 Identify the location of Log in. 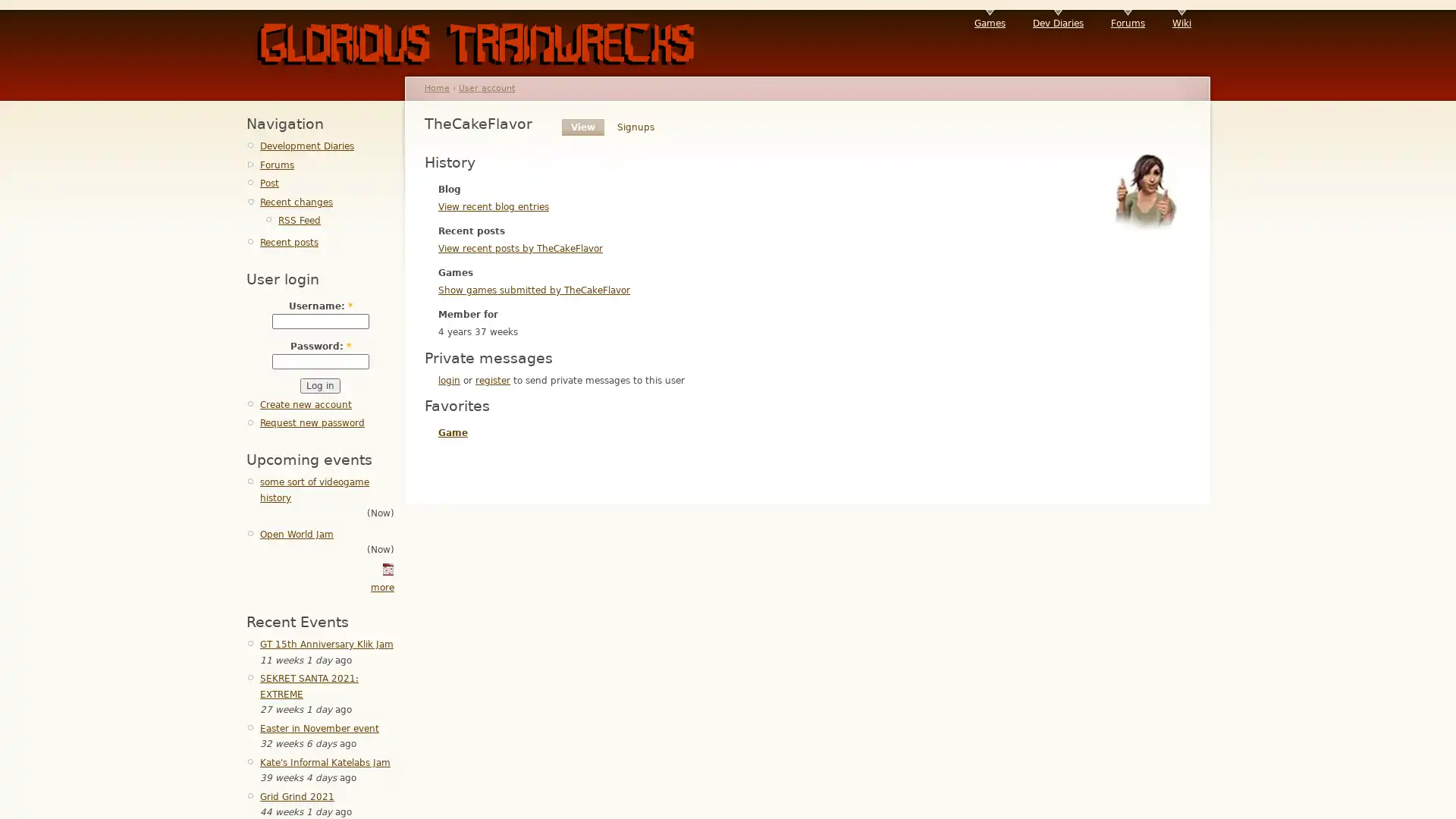
(319, 385).